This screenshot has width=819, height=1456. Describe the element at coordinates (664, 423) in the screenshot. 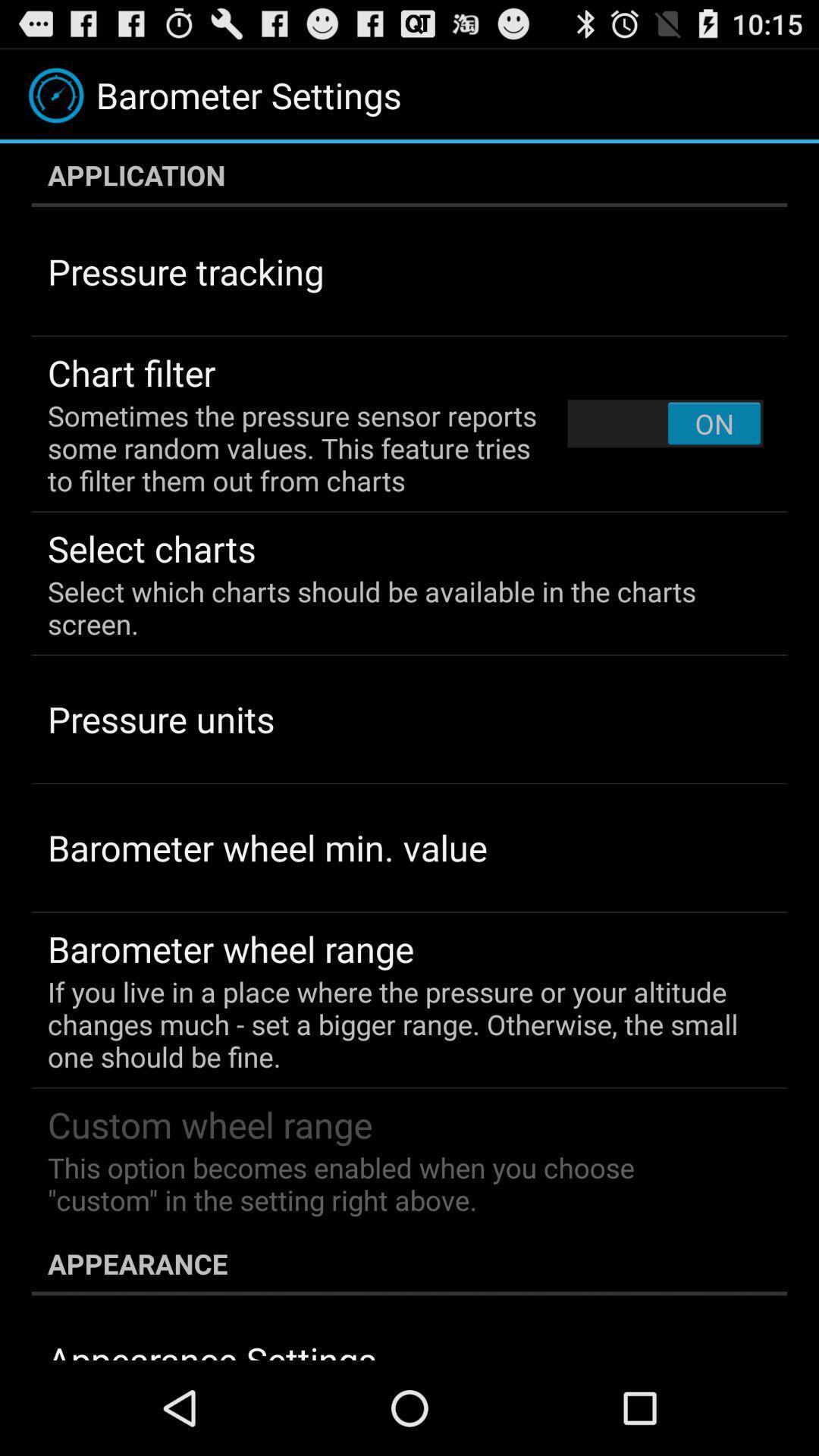

I see `the icon to the right of the sometimes the pressure icon` at that location.